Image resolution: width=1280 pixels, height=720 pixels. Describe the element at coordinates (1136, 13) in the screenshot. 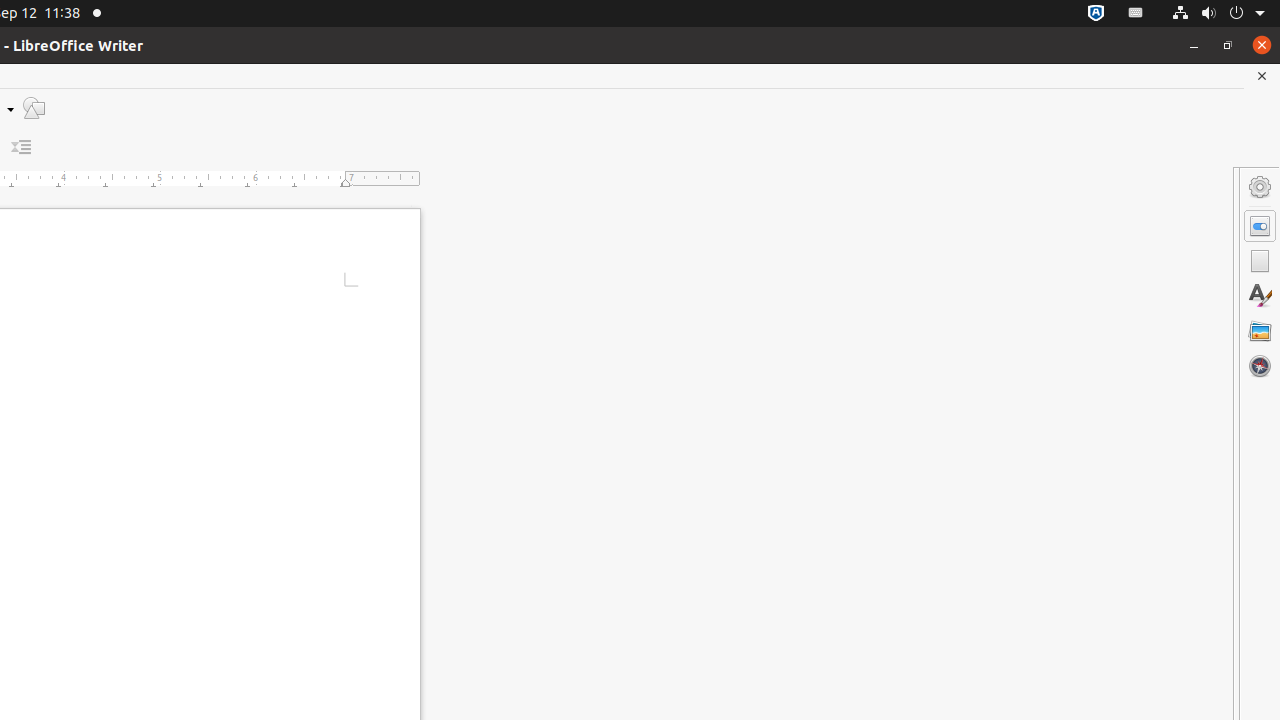

I see `'org.kde.StatusNotifierItem-14077-1'` at that location.